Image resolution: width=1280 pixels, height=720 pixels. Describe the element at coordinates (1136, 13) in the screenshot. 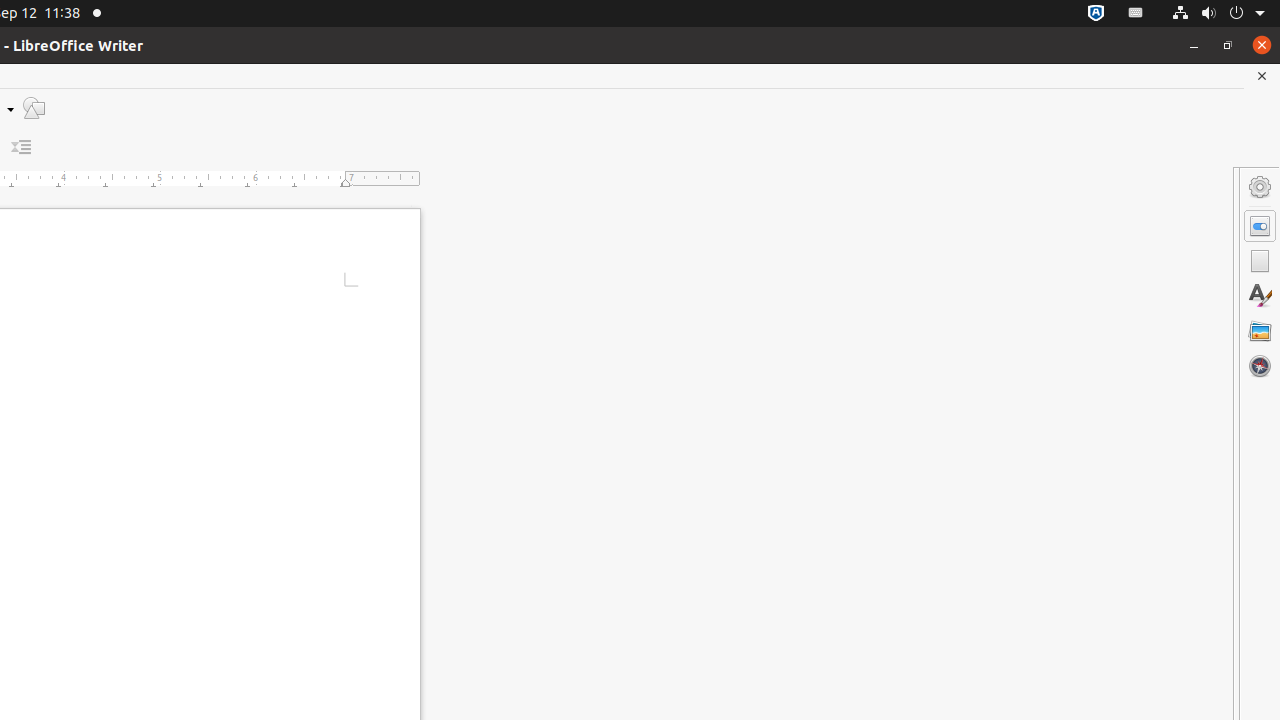

I see `'org.kde.StatusNotifierItem-14077-1'` at that location.